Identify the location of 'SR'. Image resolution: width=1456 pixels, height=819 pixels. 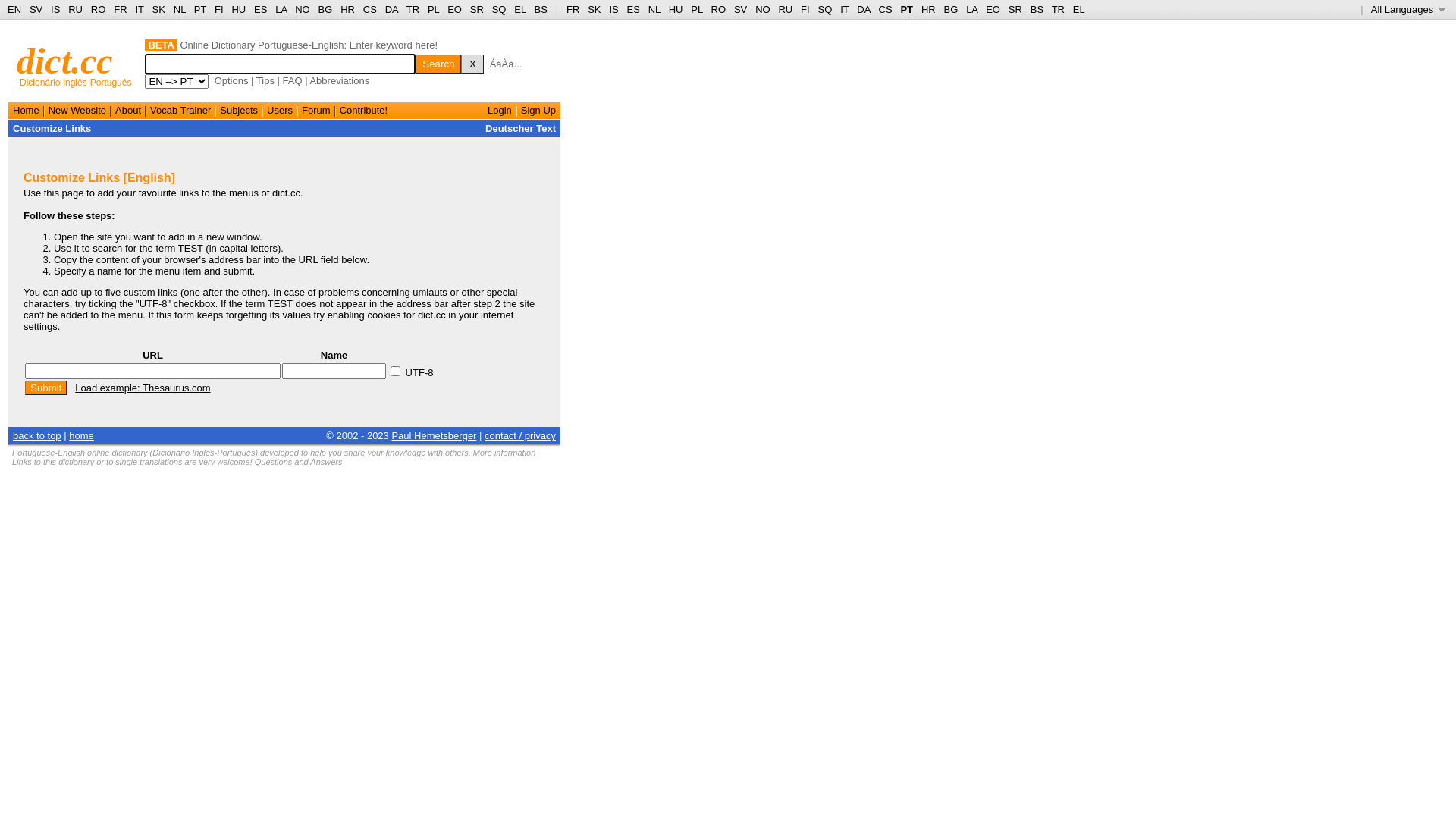
(469, 9).